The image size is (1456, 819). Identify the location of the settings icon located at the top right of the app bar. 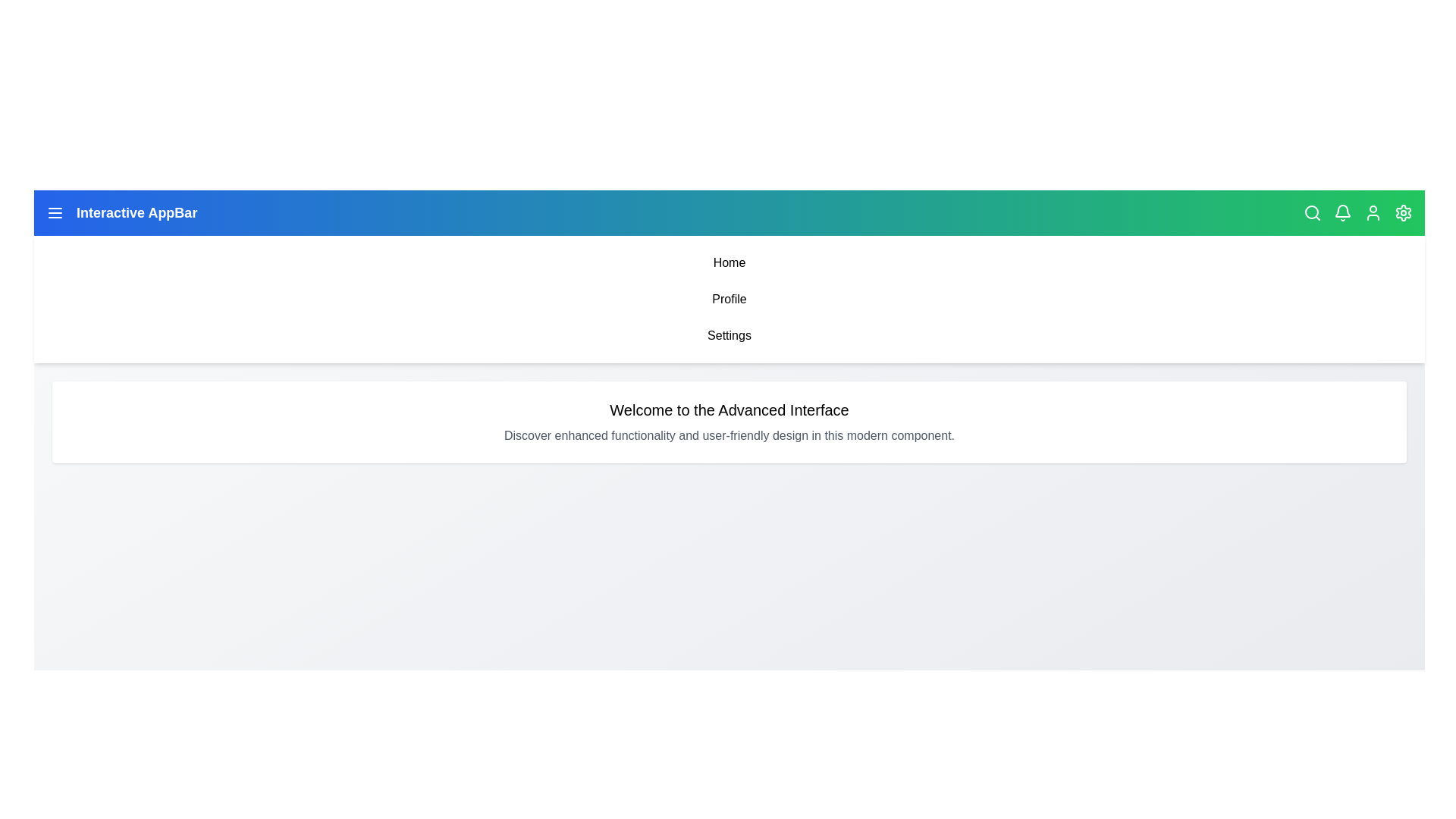
(1403, 213).